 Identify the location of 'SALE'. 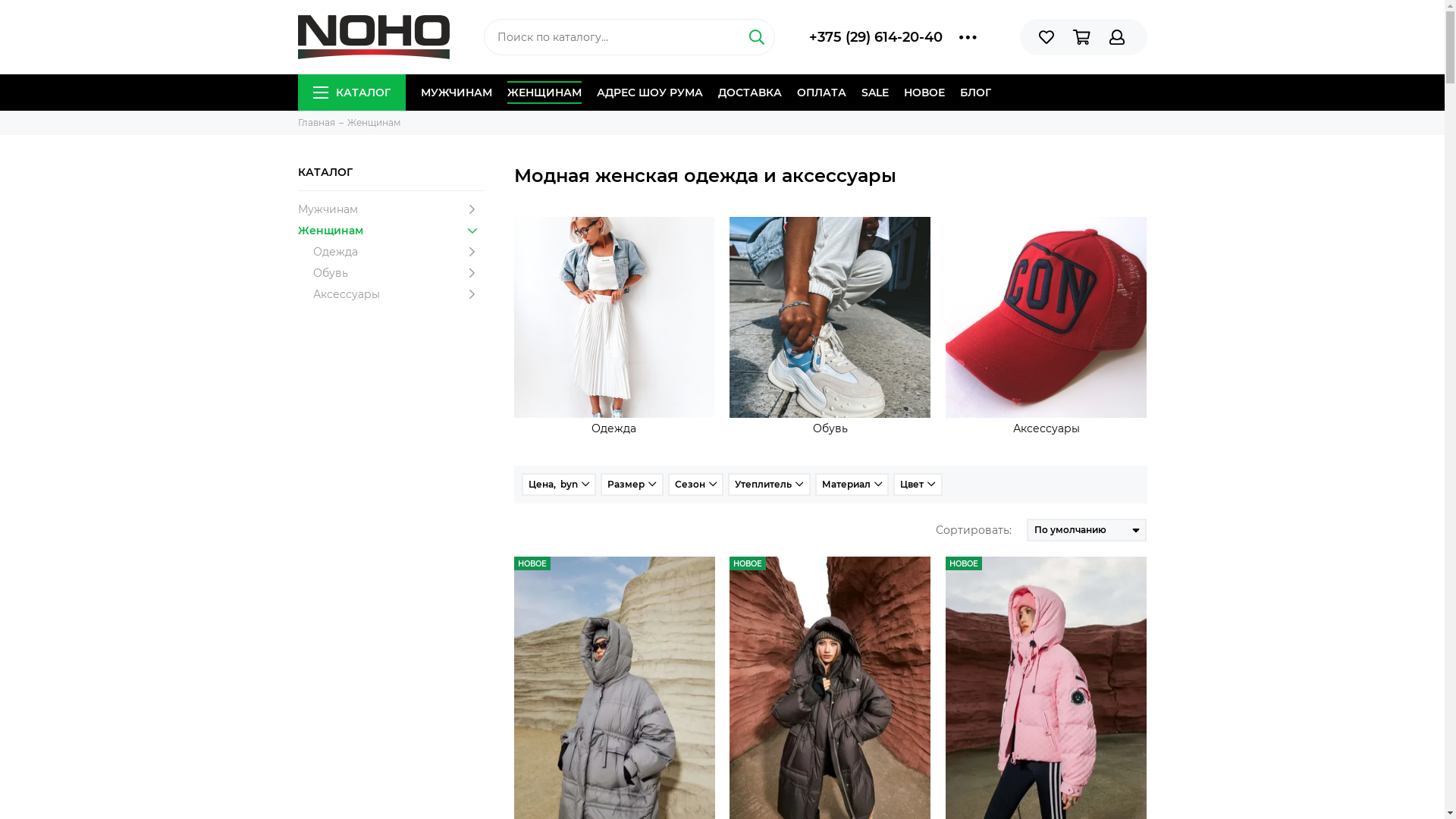
(874, 93).